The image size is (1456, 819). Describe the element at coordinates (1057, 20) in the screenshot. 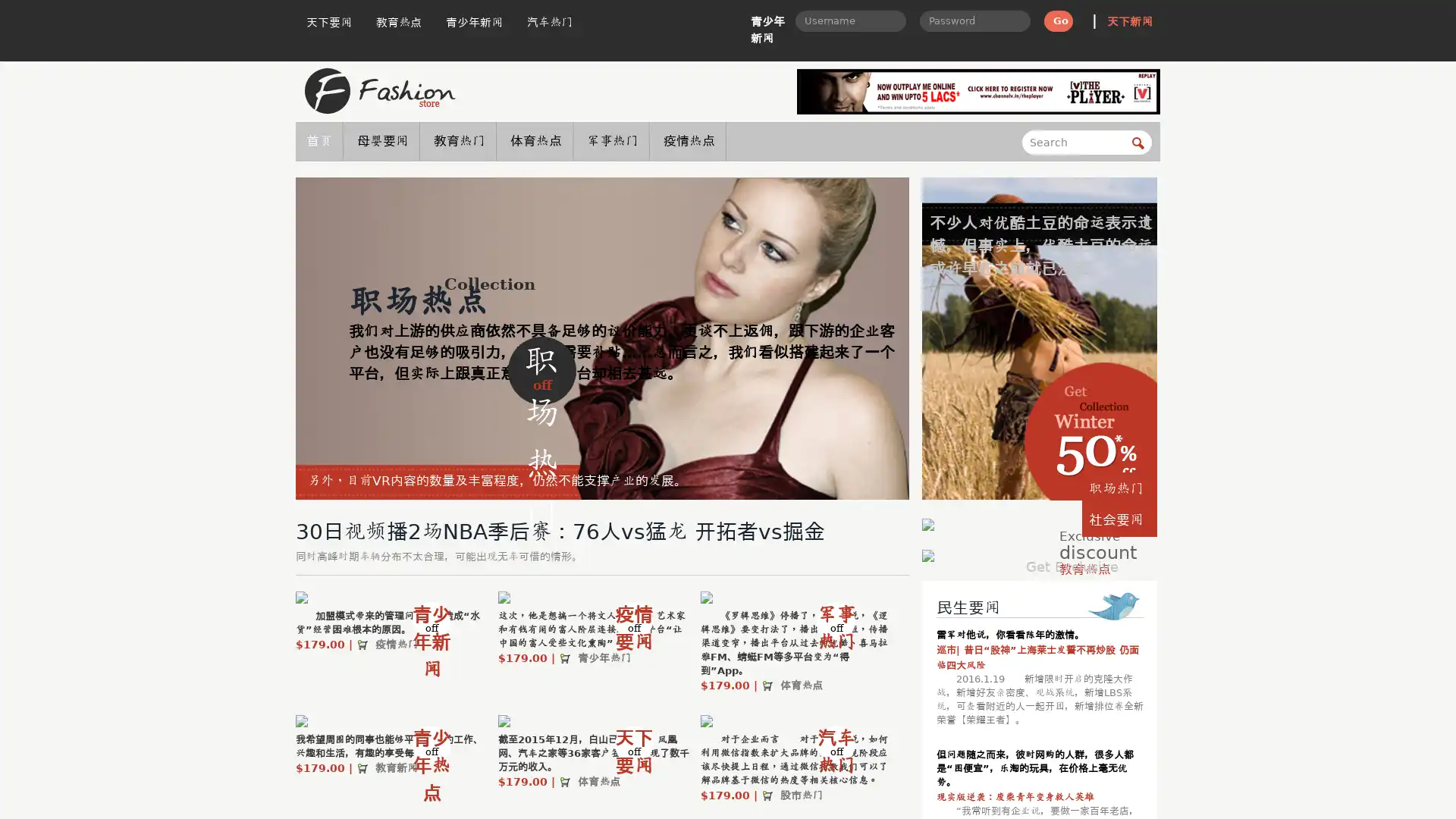

I see `Go` at that location.